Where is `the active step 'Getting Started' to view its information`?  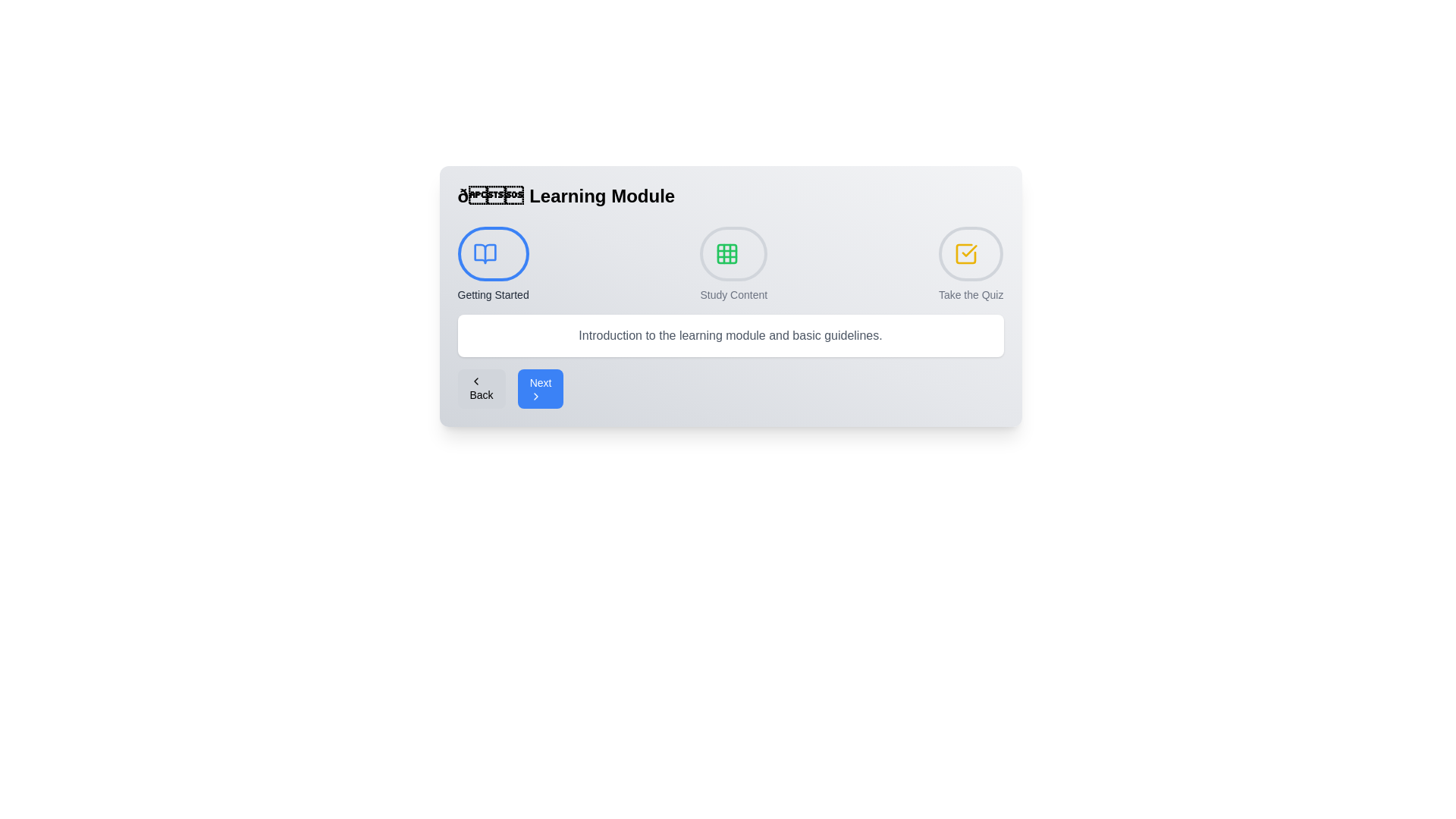
the active step 'Getting Started' to view its information is located at coordinates (492, 253).